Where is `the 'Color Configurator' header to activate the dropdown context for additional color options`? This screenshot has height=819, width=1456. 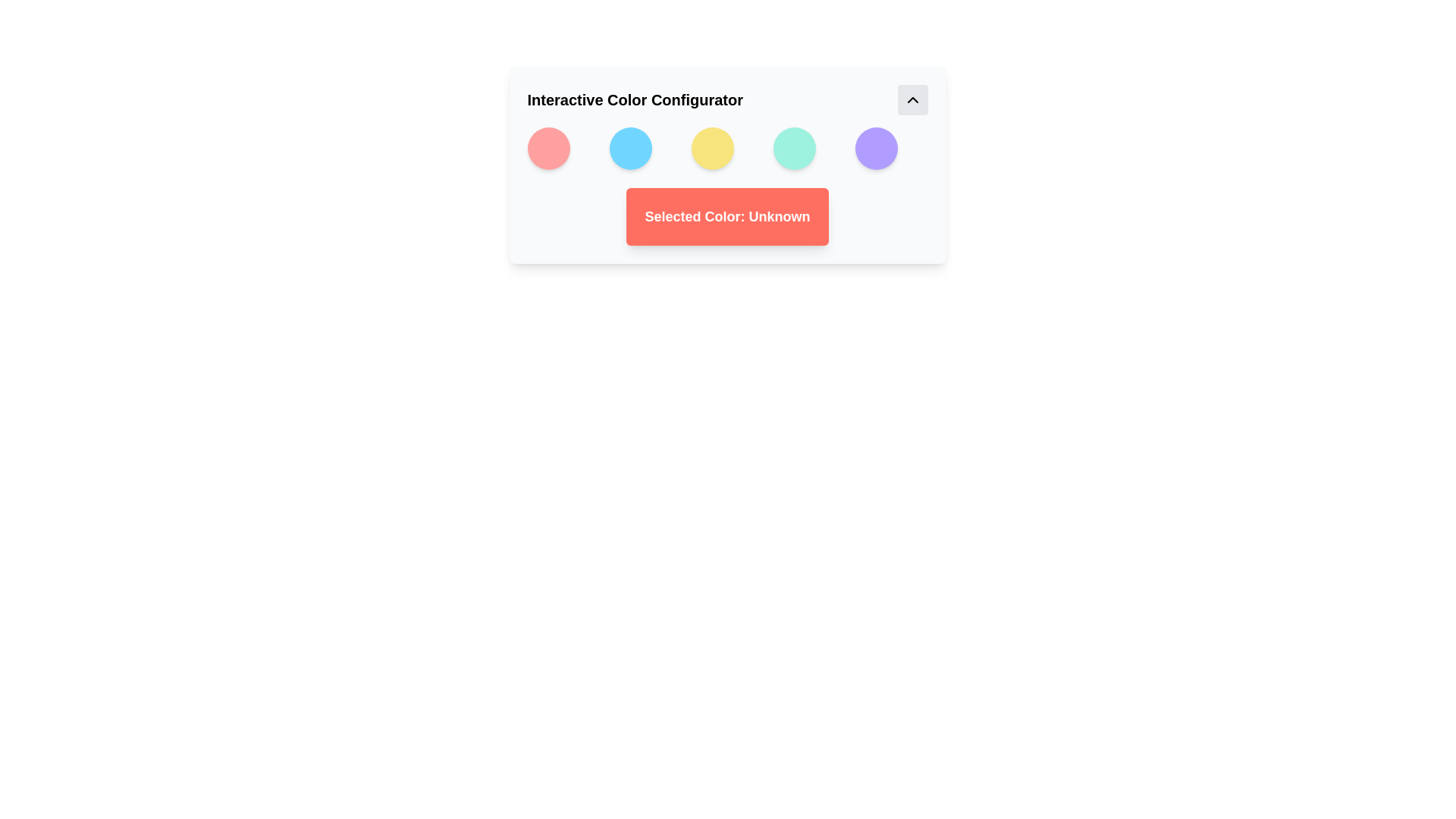
the 'Color Configurator' header to activate the dropdown context for additional color options is located at coordinates (726, 99).